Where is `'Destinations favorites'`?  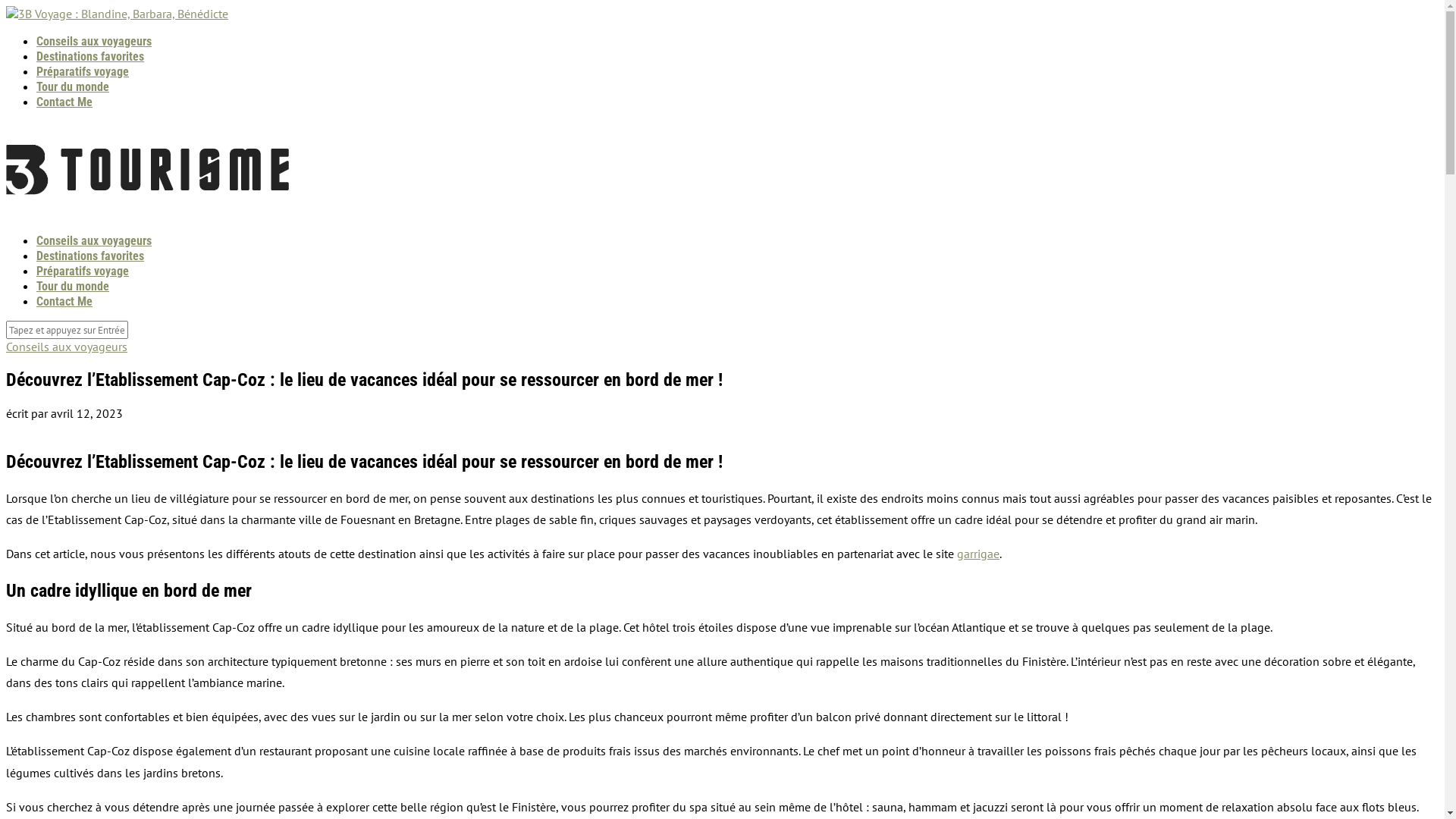
'Destinations favorites' is located at coordinates (89, 255).